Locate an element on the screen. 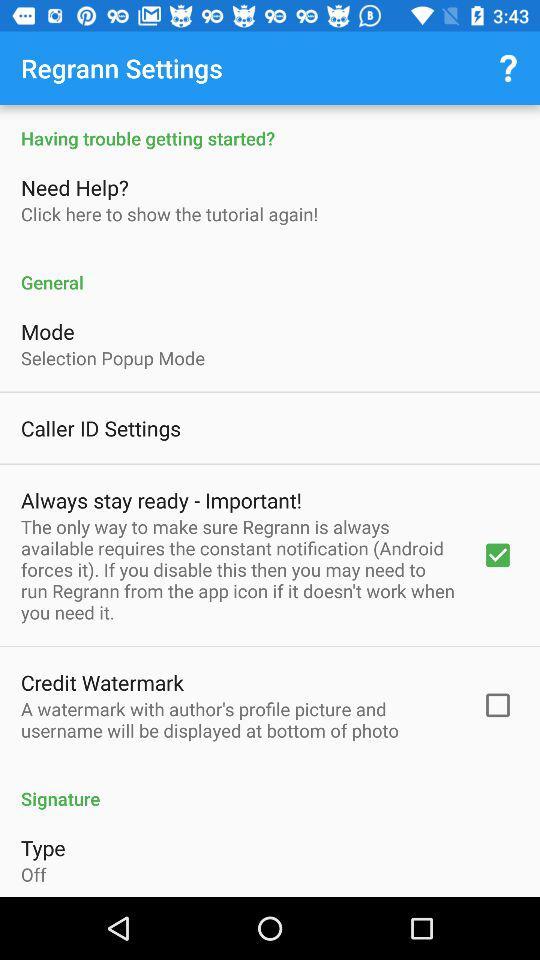 The image size is (540, 960). icon next to regrann settings at the right topmost corner of the page is located at coordinates (508, 68).